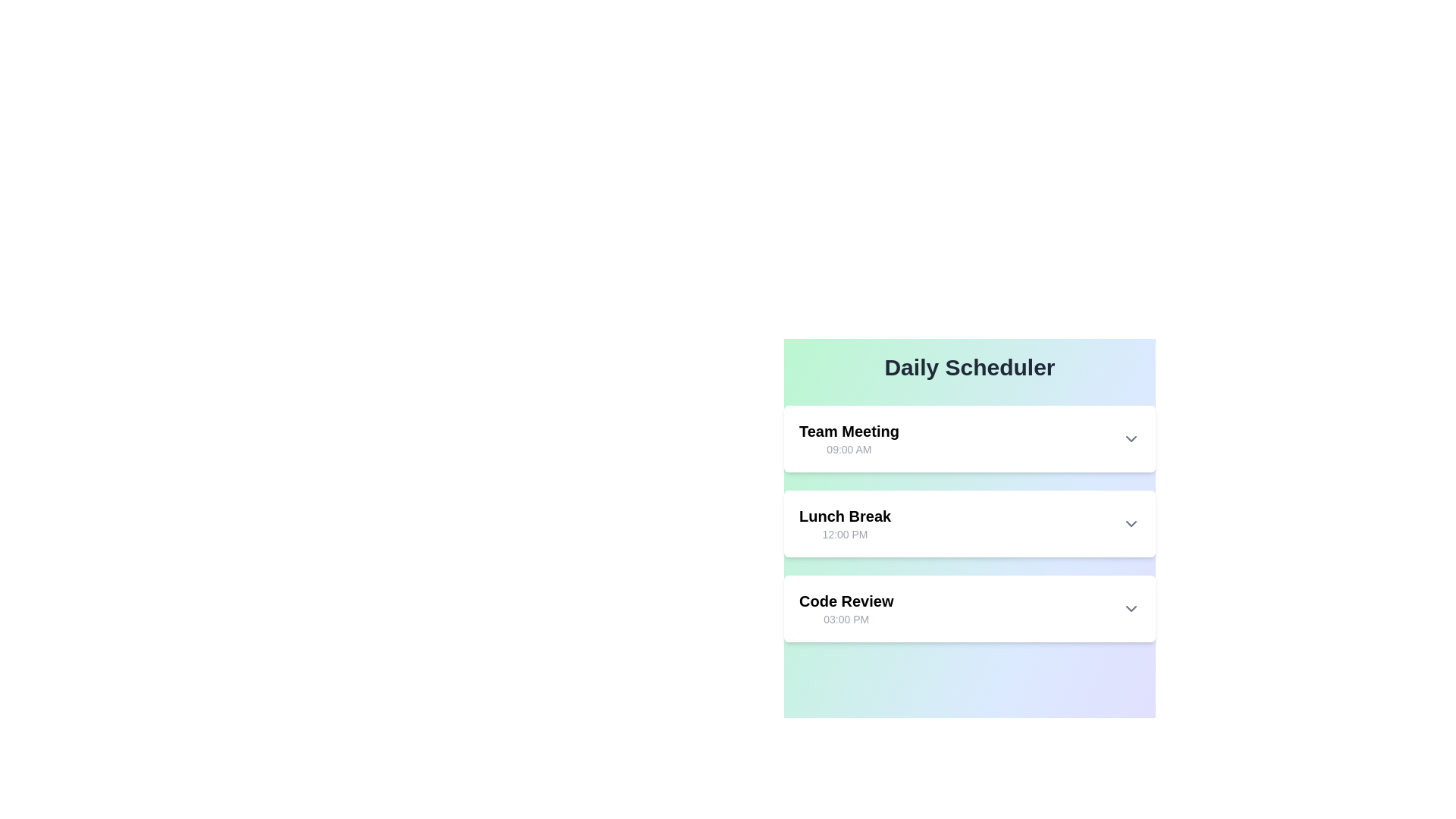 The width and height of the screenshot is (1456, 819). What do you see at coordinates (968, 607) in the screenshot?
I see `the scheduled event list item displaying 'Code Review' at '03:00 PM', which is the third item in the daily scheduler` at bounding box center [968, 607].